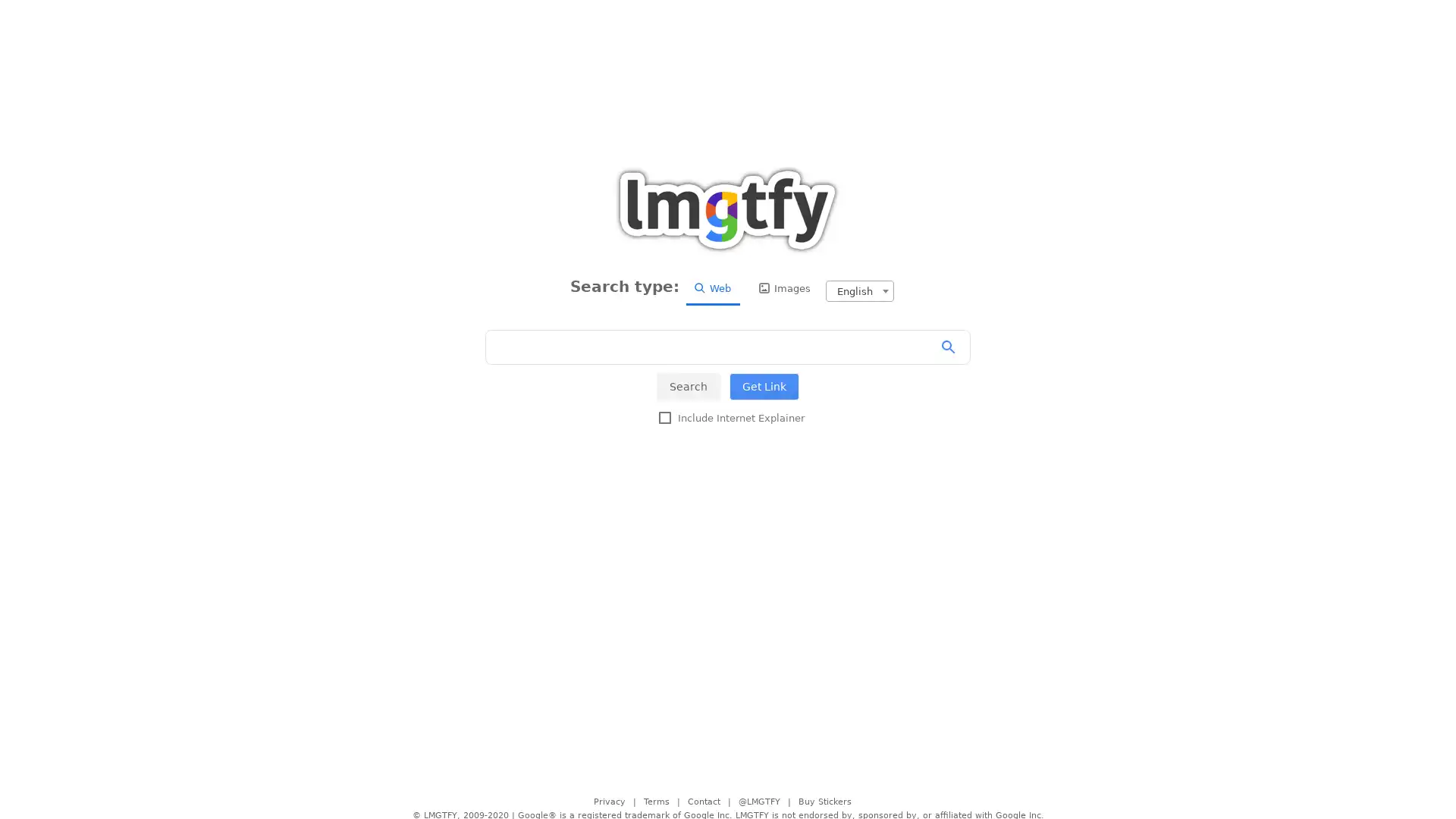 Image resolution: width=1456 pixels, height=819 pixels. What do you see at coordinates (687, 385) in the screenshot?
I see `Search` at bounding box center [687, 385].